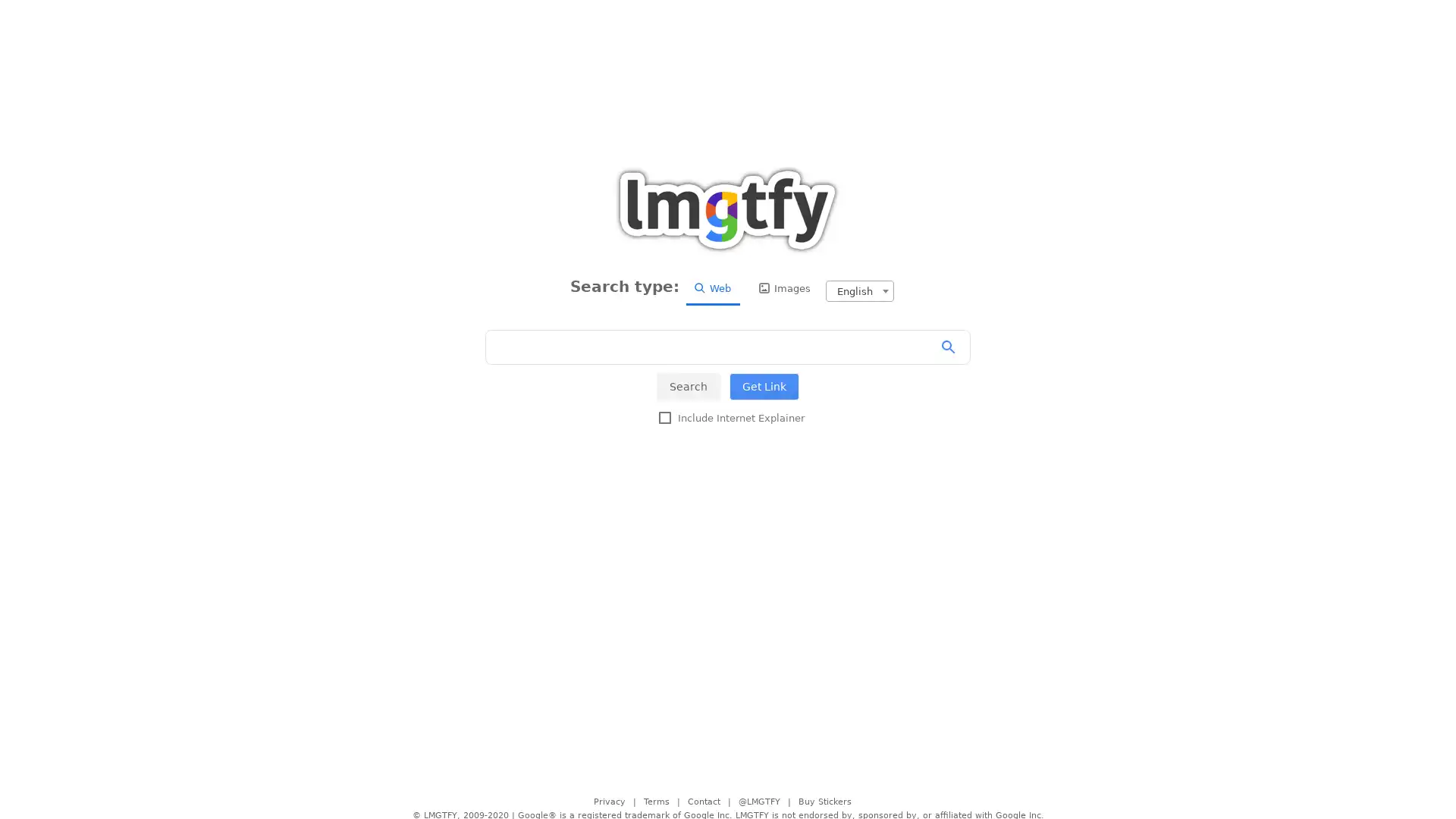 Image resolution: width=1456 pixels, height=819 pixels. What do you see at coordinates (687, 385) in the screenshot?
I see `Search` at bounding box center [687, 385].